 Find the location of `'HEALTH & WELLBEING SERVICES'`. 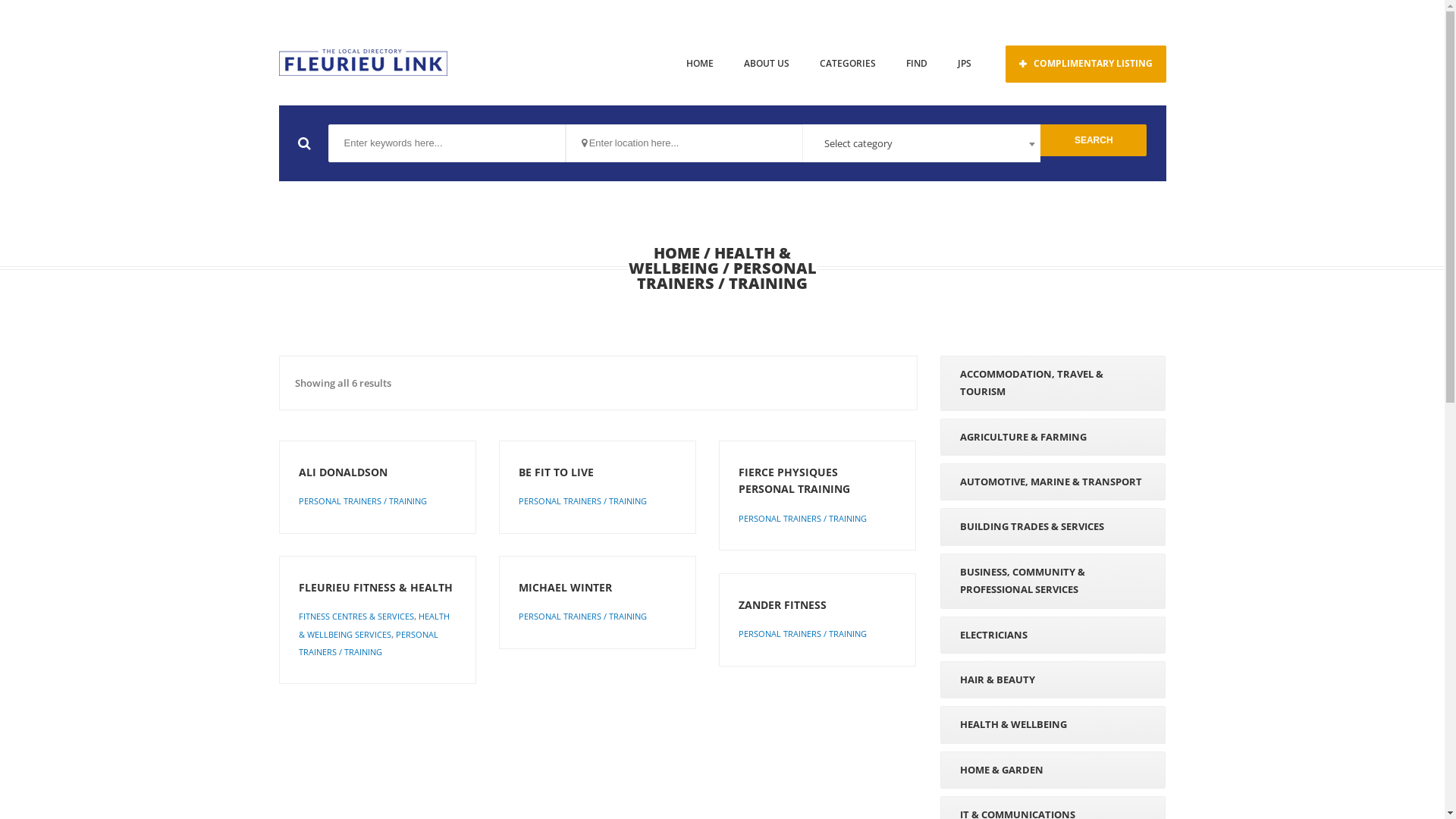

'HEALTH & WELLBEING SERVICES' is located at coordinates (374, 625).